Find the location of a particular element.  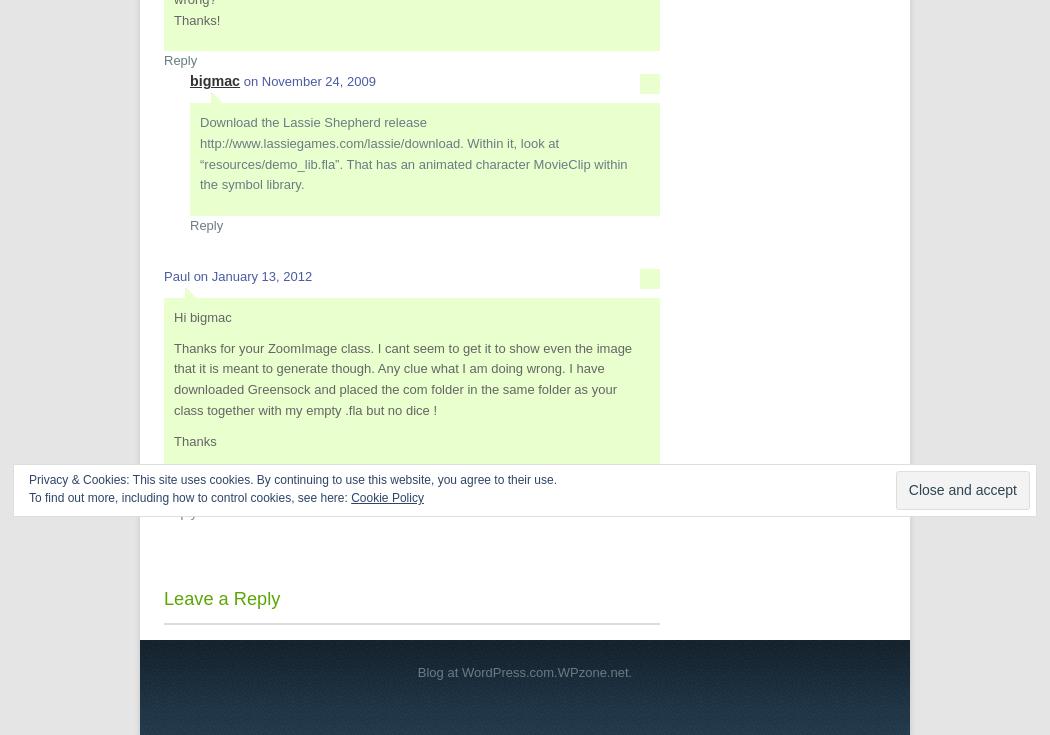

'Leave a Reply' is located at coordinates (220, 599).